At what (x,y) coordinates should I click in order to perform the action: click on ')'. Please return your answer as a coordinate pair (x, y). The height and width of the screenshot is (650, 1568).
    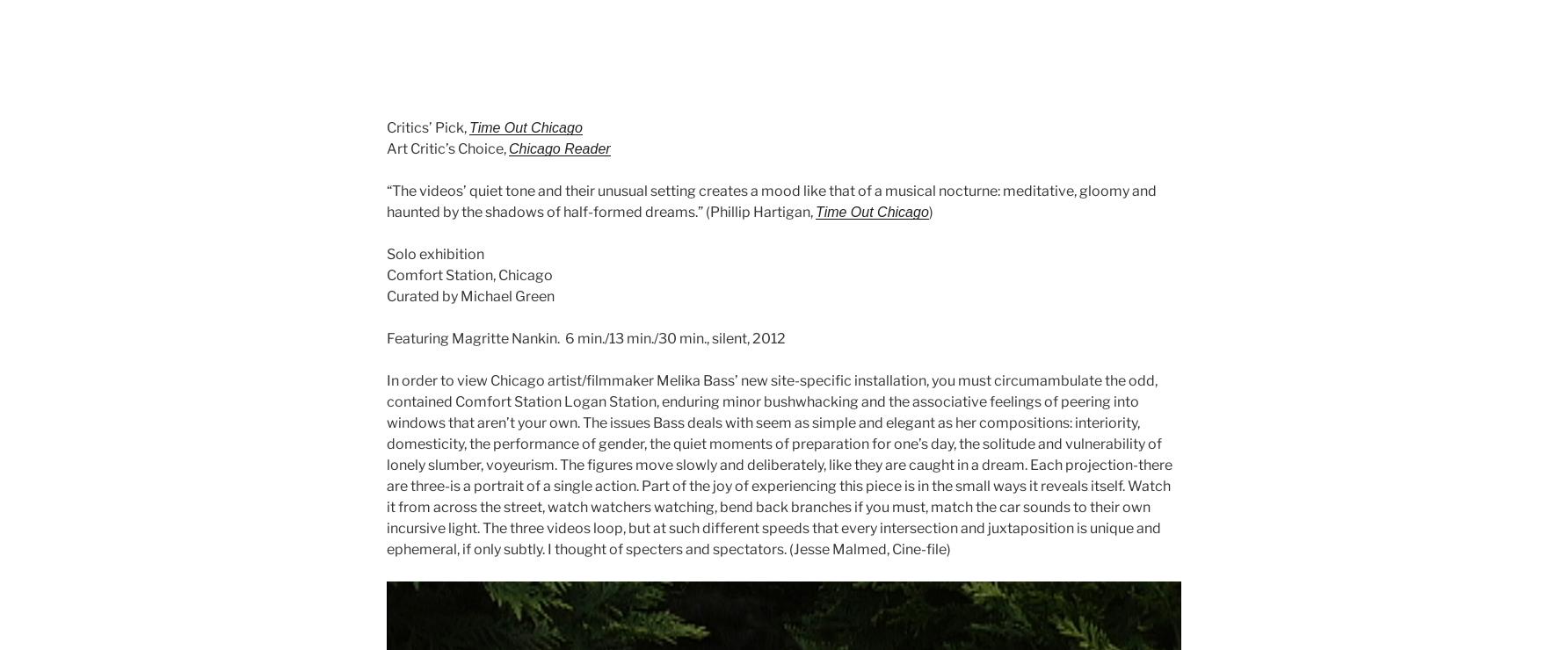
    Looking at the image, I should click on (929, 212).